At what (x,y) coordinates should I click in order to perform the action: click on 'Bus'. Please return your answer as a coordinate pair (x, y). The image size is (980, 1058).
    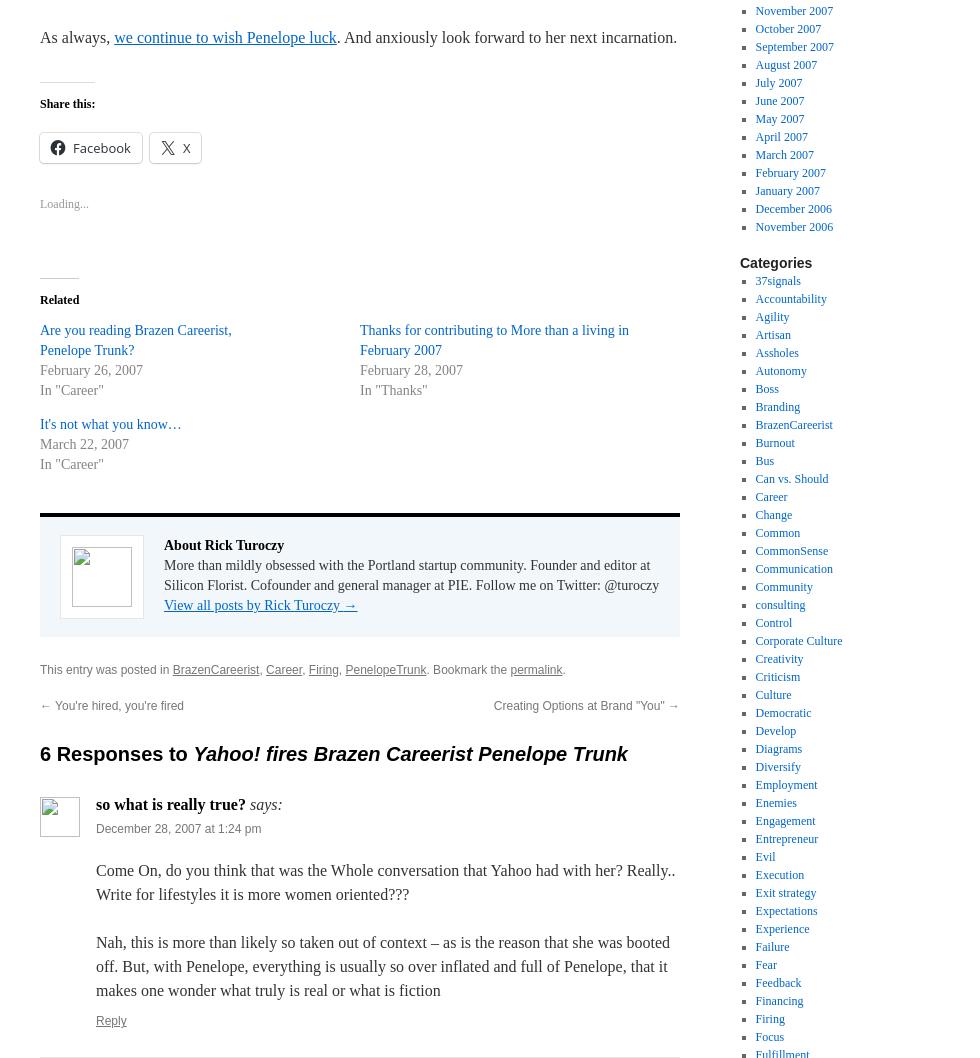
    Looking at the image, I should click on (754, 459).